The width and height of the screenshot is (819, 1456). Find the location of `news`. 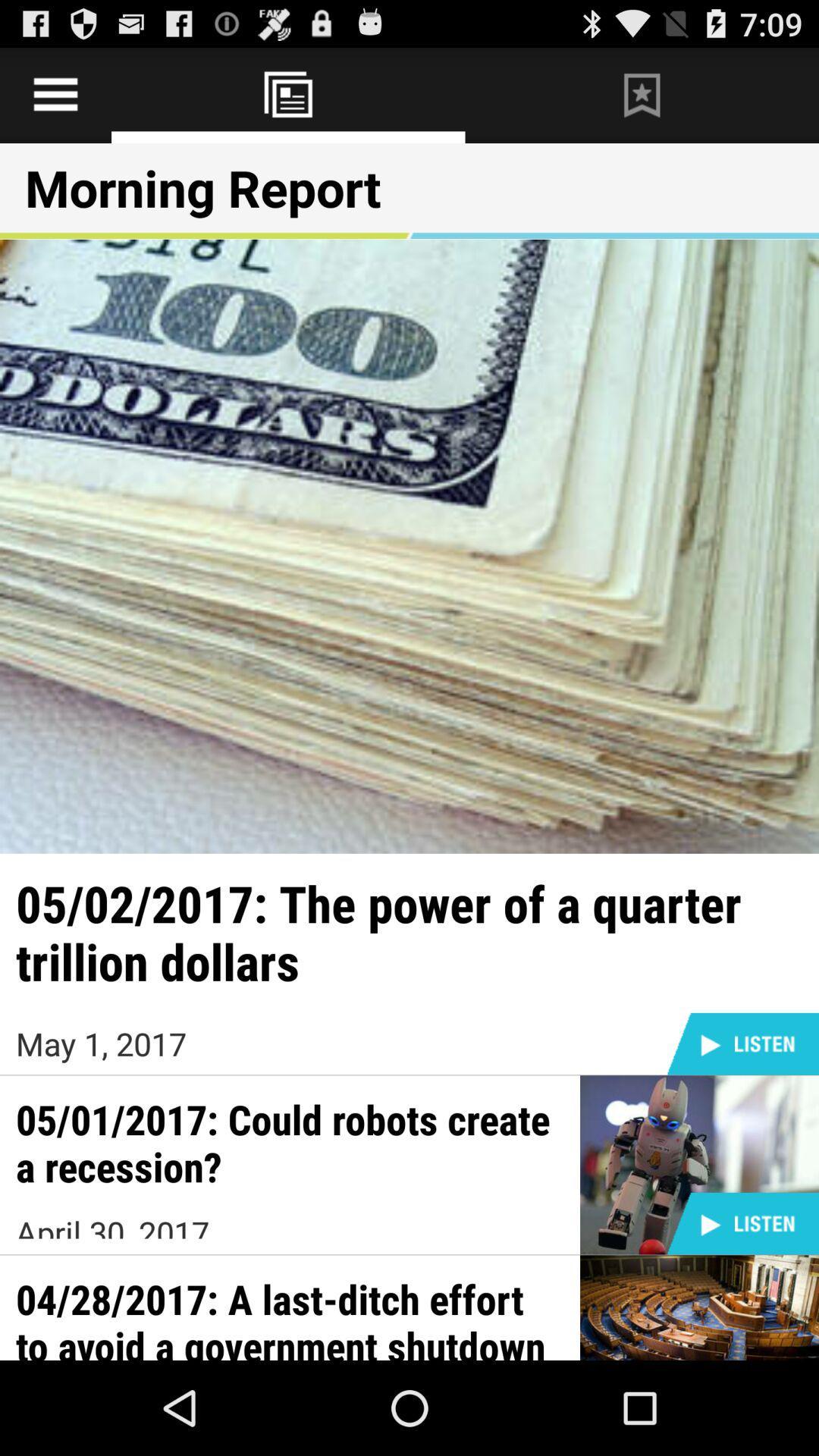

news is located at coordinates (288, 94).